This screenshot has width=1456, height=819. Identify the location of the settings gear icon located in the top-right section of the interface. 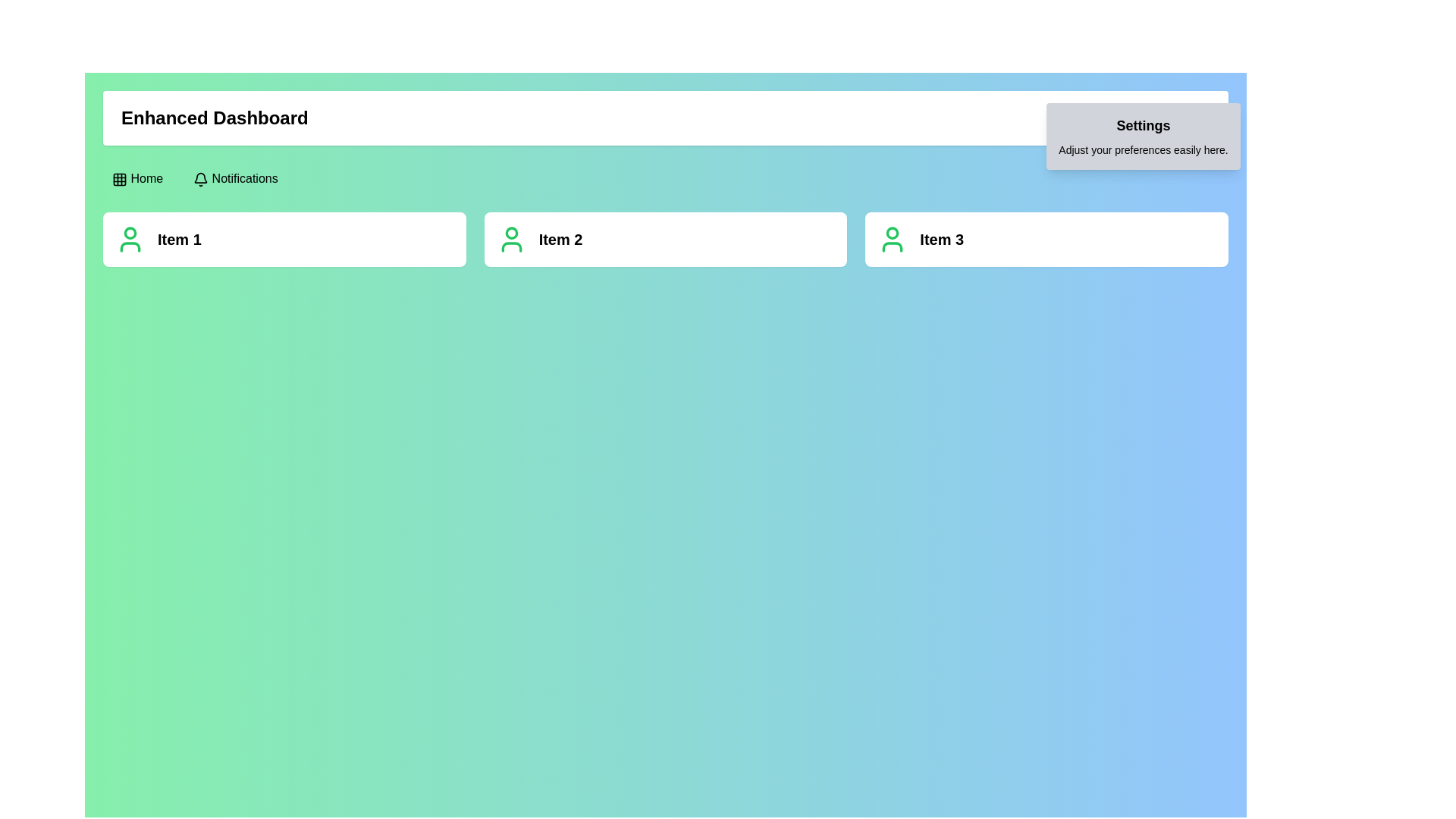
(1121, 117).